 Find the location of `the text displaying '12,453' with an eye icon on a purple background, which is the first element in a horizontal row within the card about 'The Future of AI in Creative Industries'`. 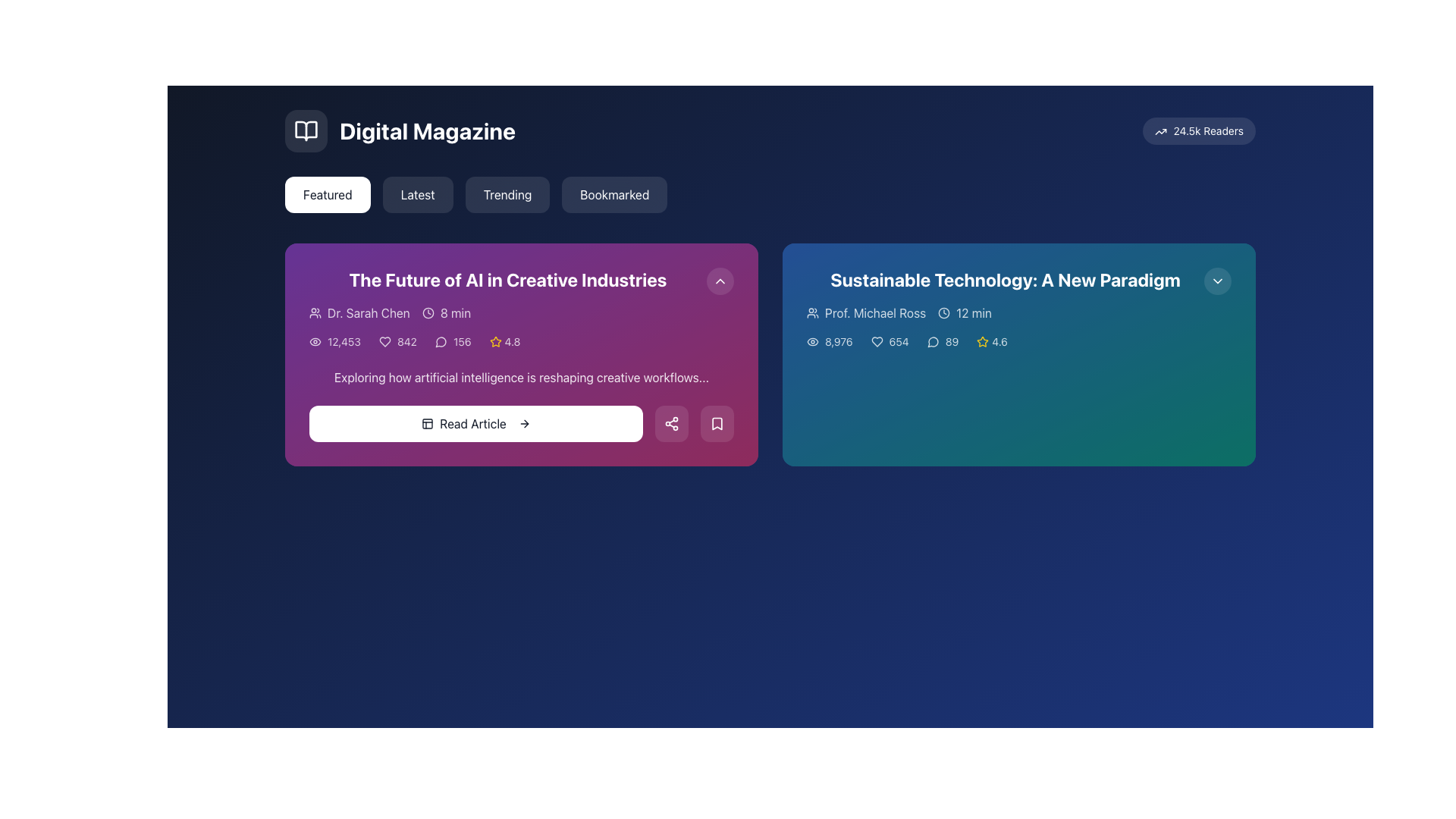

the text displaying '12,453' with an eye icon on a purple background, which is the first element in a horizontal row within the card about 'The Future of AI in Creative Industries' is located at coordinates (334, 342).